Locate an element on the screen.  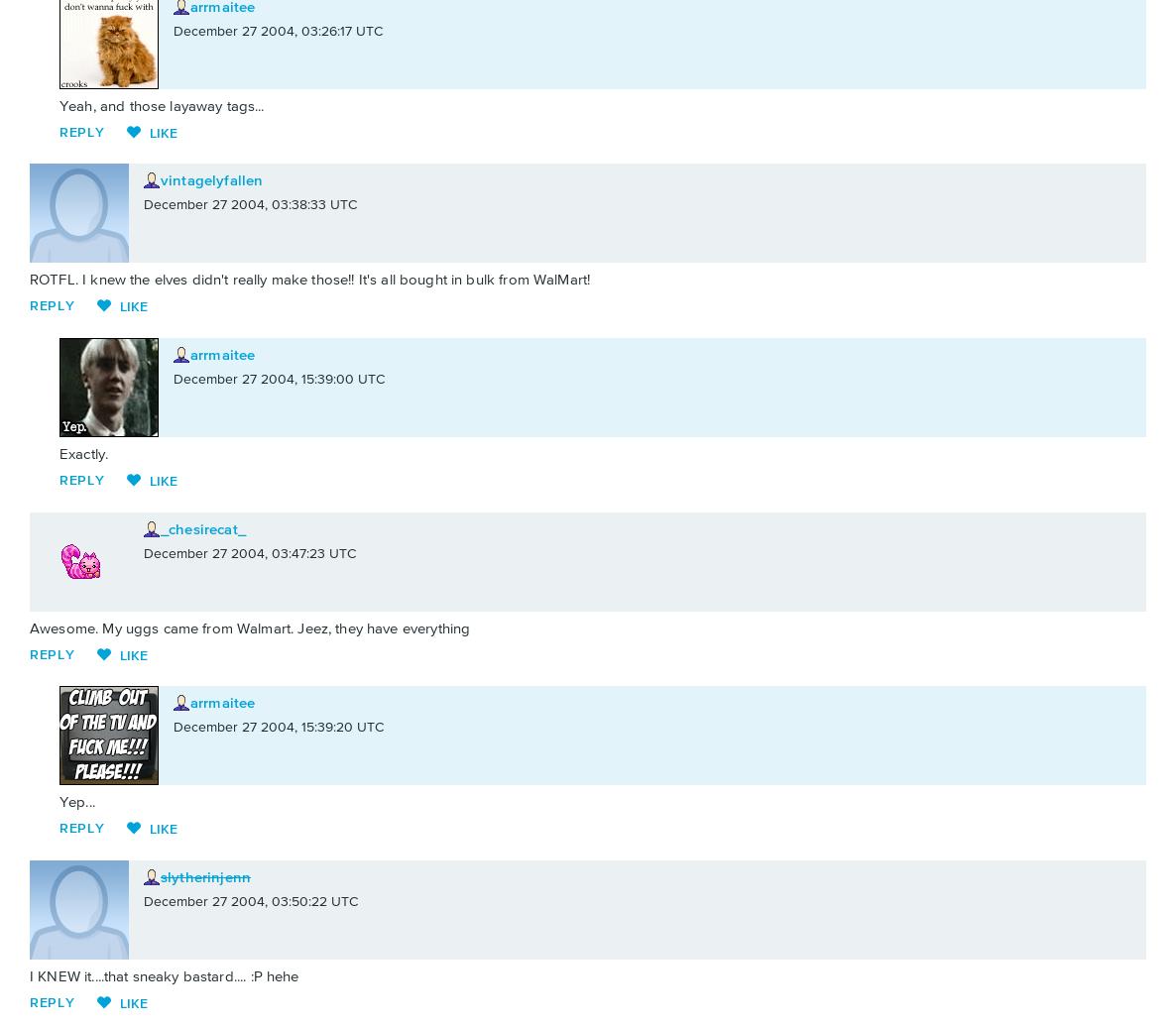
'vintagelyfallen' is located at coordinates (211, 180).